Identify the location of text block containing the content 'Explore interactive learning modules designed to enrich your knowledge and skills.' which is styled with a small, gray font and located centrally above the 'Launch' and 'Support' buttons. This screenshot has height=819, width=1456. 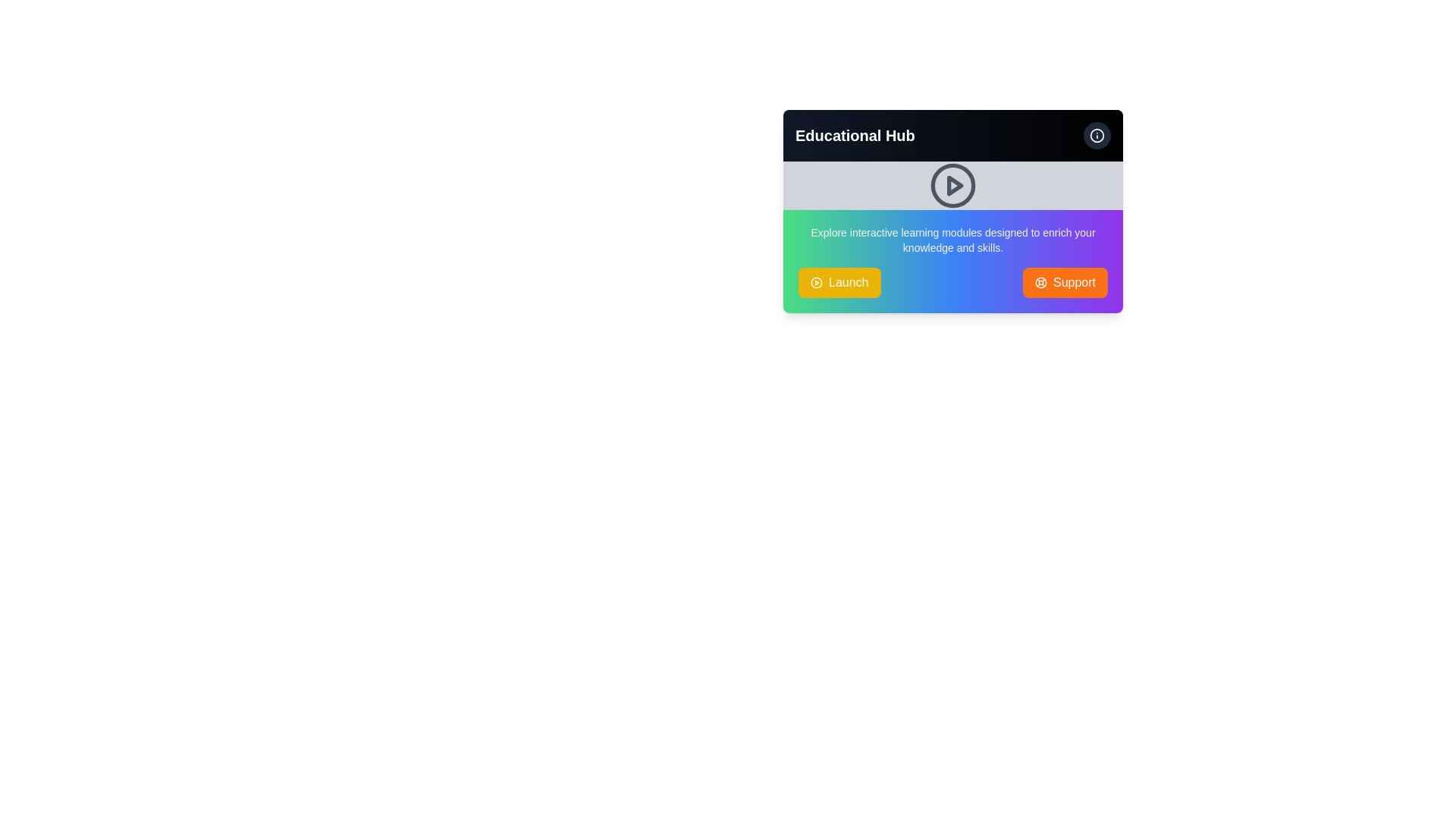
(952, 239).